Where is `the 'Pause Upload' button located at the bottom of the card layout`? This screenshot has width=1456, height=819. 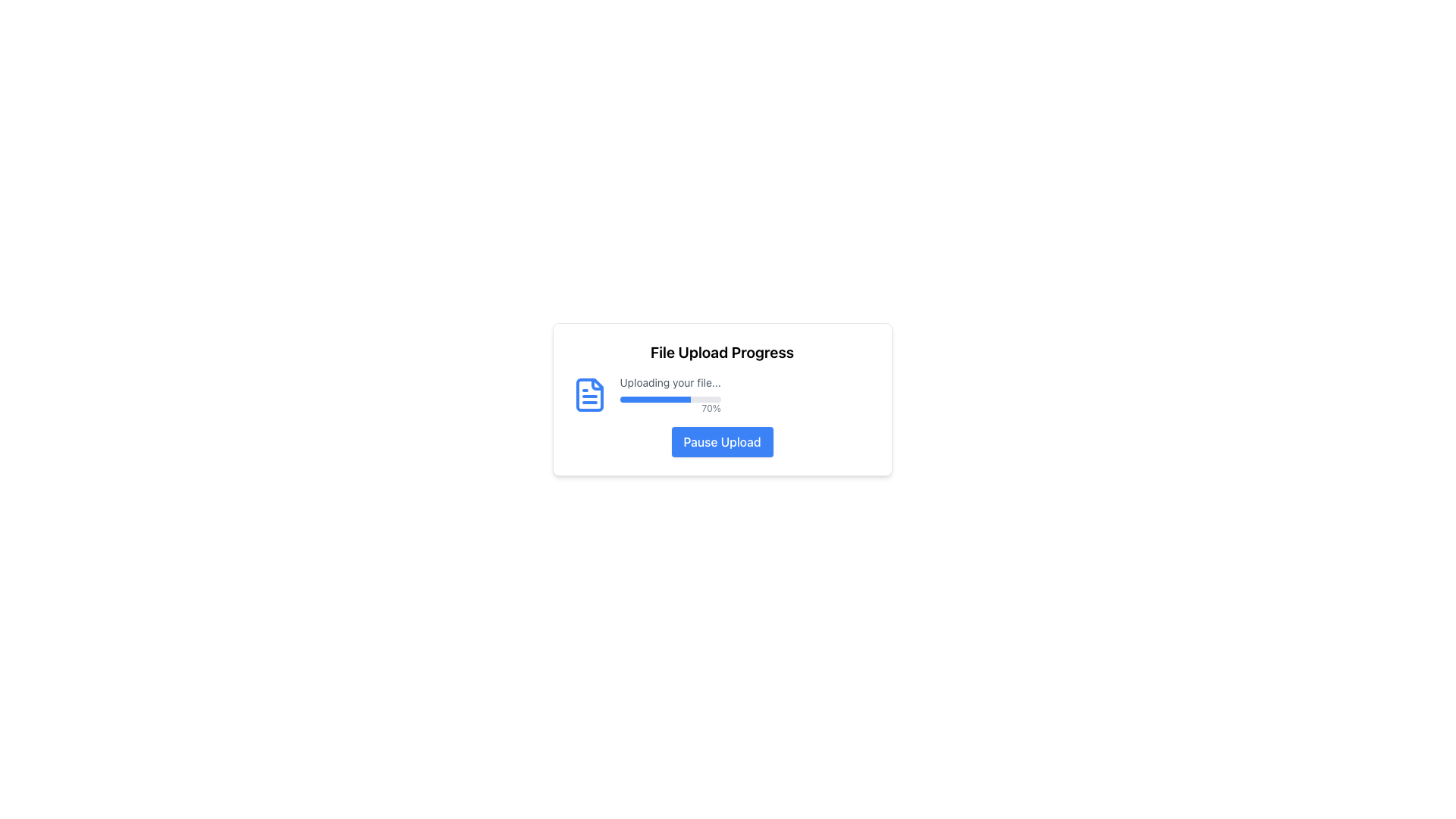
the 'Pause Upload' button located at the bottom of the card layout is located at coordinates (721, 441).